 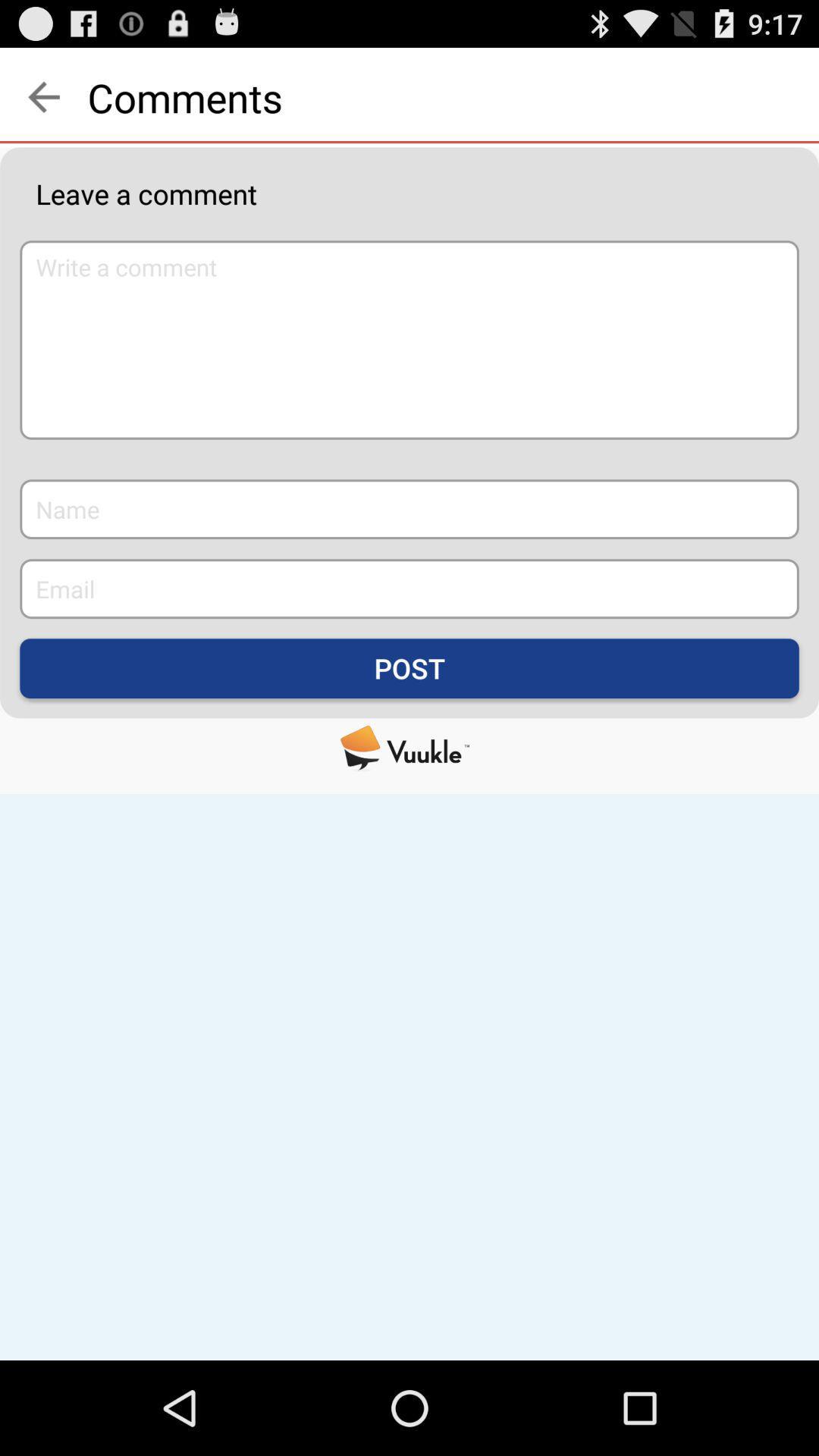 I want to click on email, so click(x=409, y=588).